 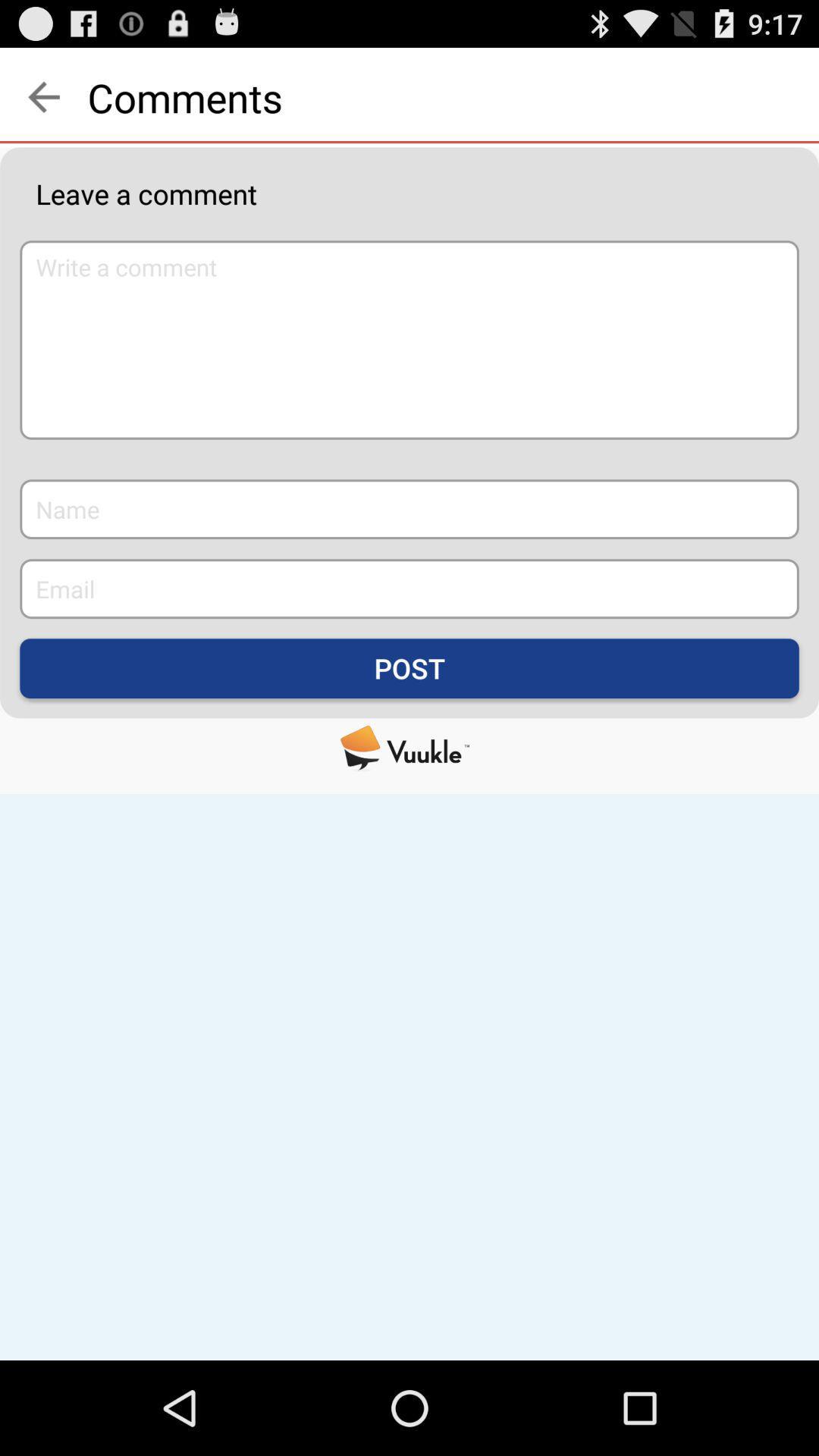 I want to click on email, so click(x=409, y=588).